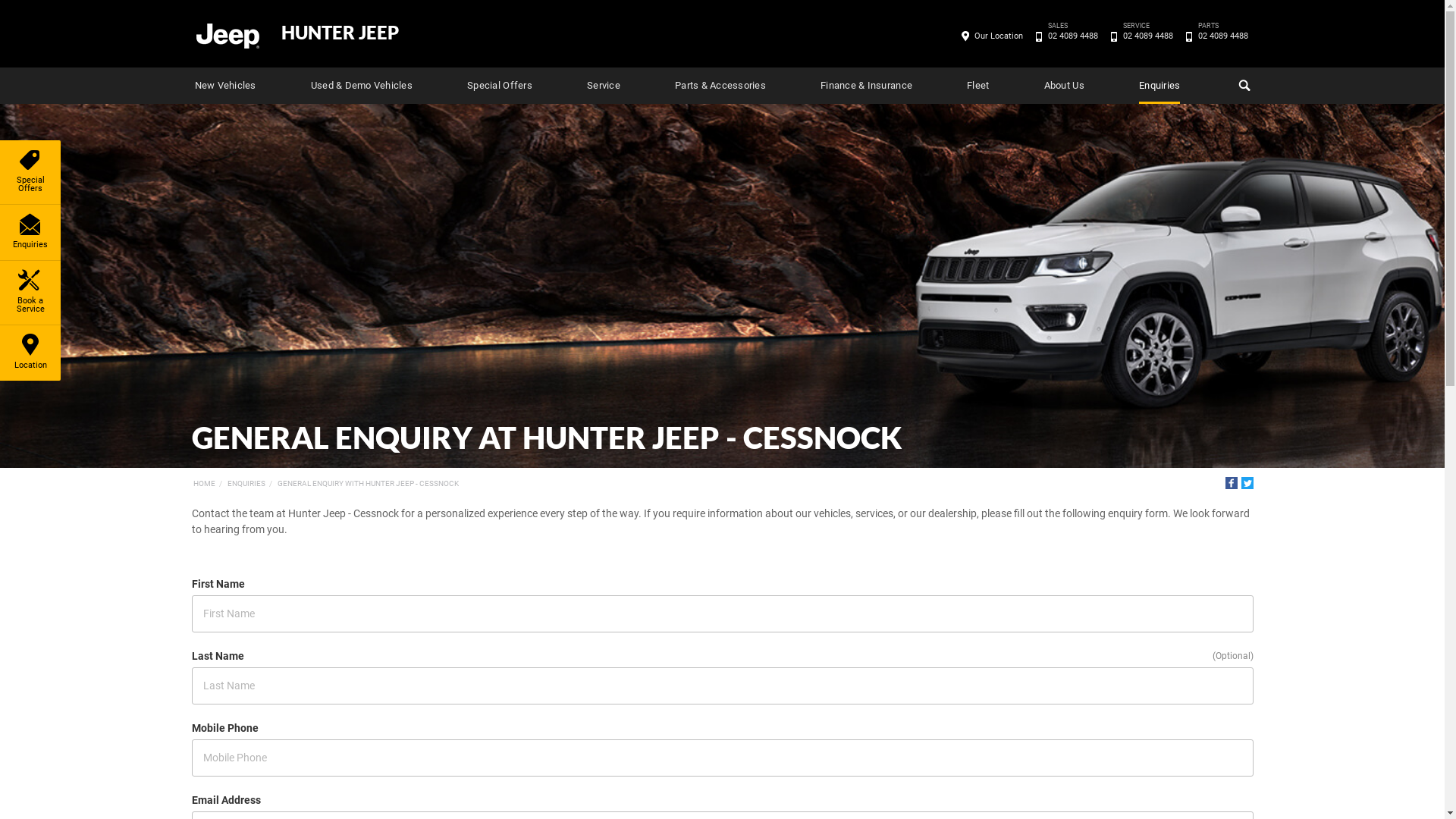 Image resolution: width=1456 pixels, height=819 pixels. What do you see at coordinates (225, 34) in the screenshot?
I see `'Hunter Jeep'` at bounding box center [225, 34].